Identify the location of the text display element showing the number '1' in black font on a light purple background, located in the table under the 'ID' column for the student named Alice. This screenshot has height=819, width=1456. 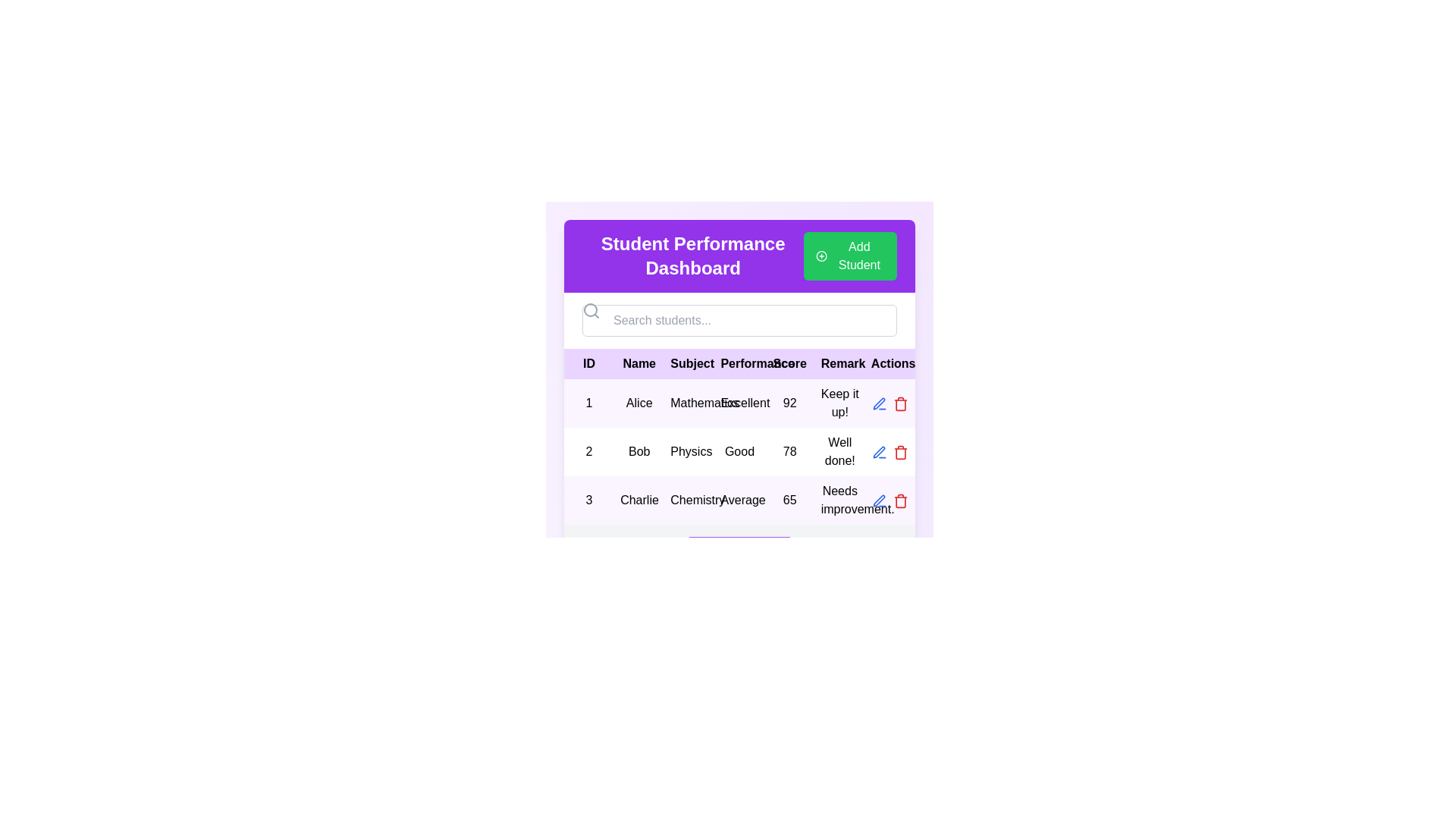
(588, 403).